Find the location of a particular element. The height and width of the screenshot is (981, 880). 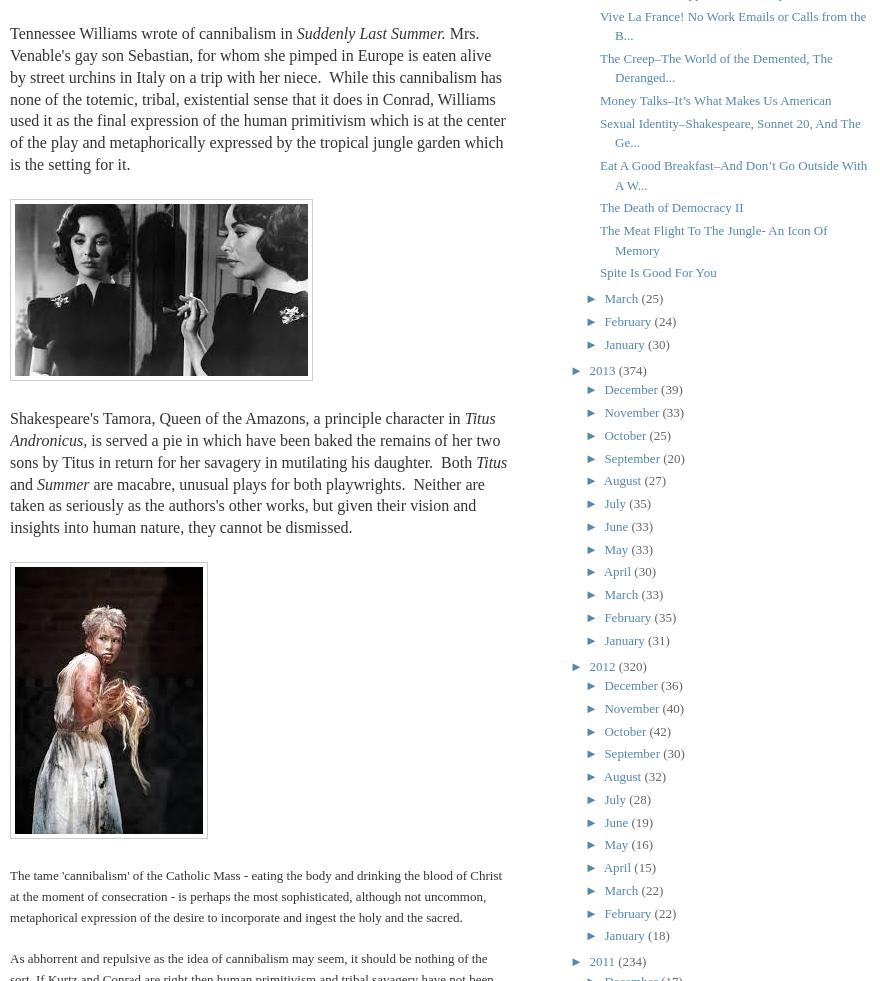

'Vive La France! No Work Emails or Calls from the B...' is located at coordinates (598, 24).